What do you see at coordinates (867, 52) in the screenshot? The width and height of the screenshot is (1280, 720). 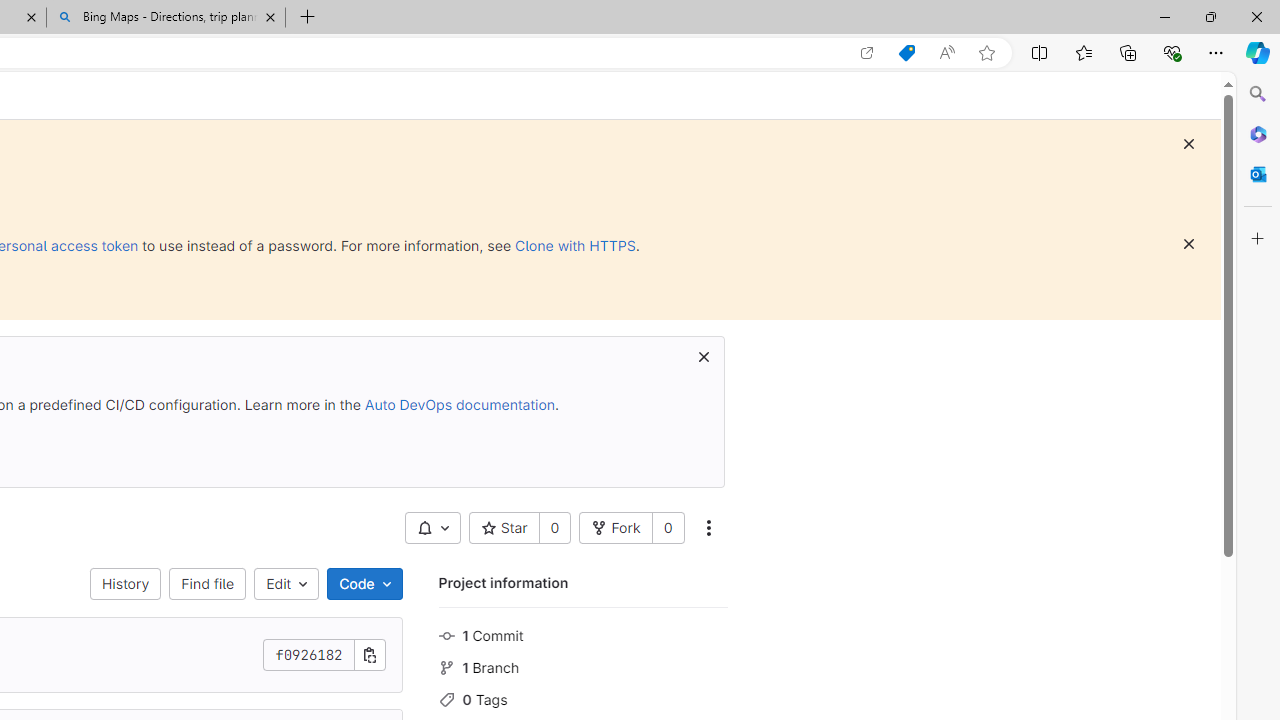 I see `'Open in app'` at bounding box center [867, 52].